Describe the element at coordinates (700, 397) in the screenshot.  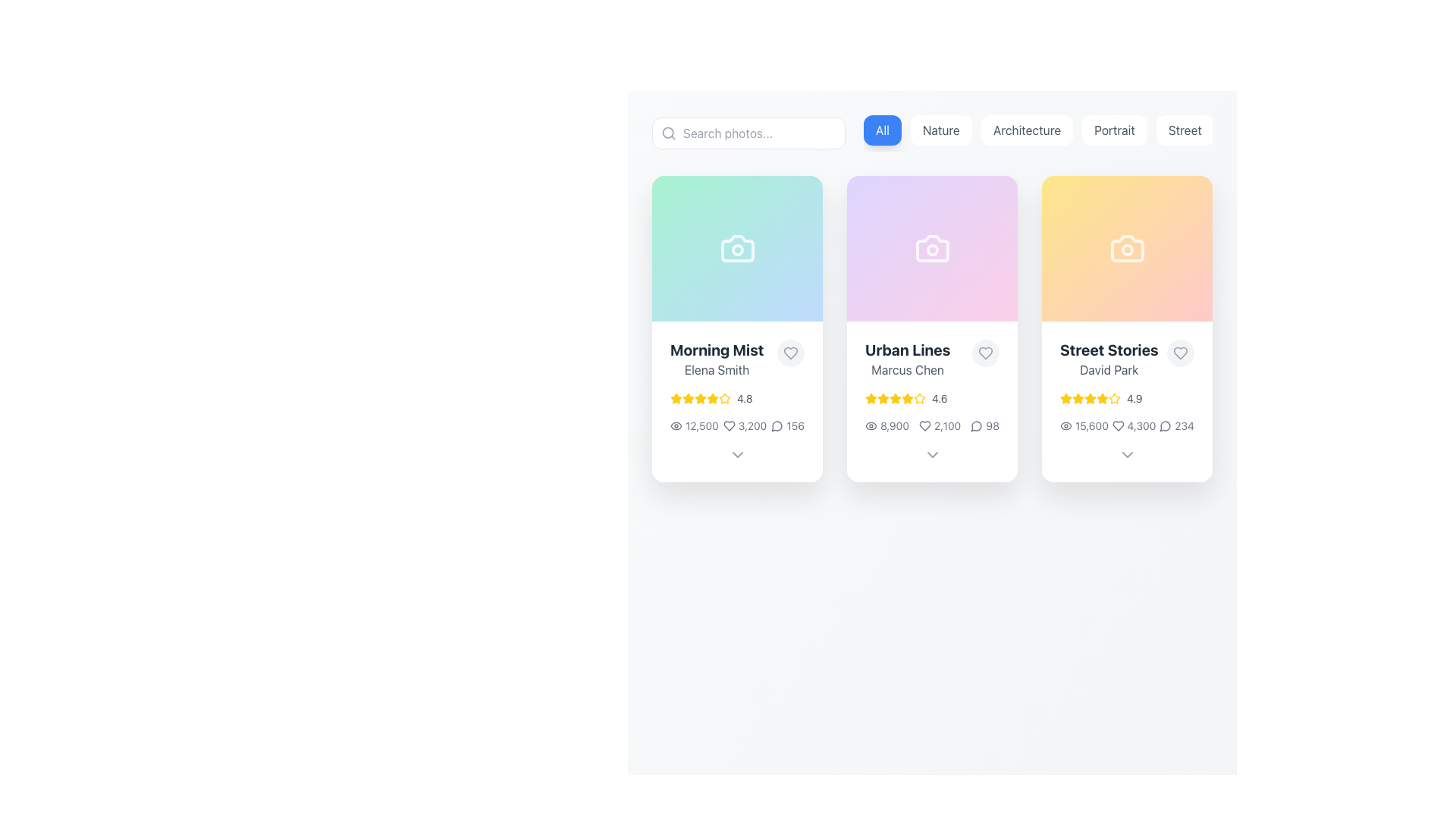
I see `the second star icon representing the rating for the 'Morning Mist' content, which is part of a sequence of five stars in the rating display` at that location.